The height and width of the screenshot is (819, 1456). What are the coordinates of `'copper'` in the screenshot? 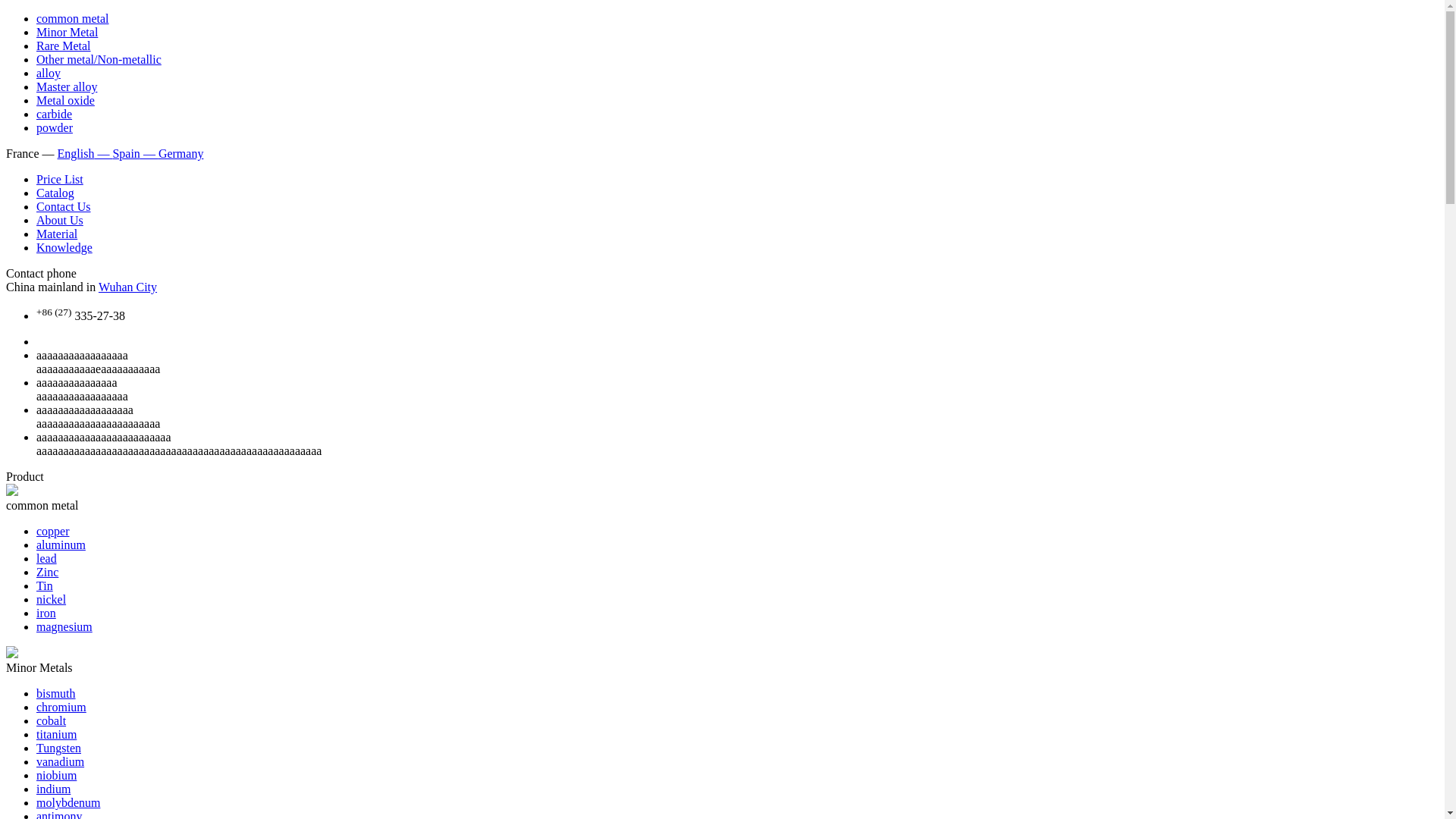 It's located at (53, 530).